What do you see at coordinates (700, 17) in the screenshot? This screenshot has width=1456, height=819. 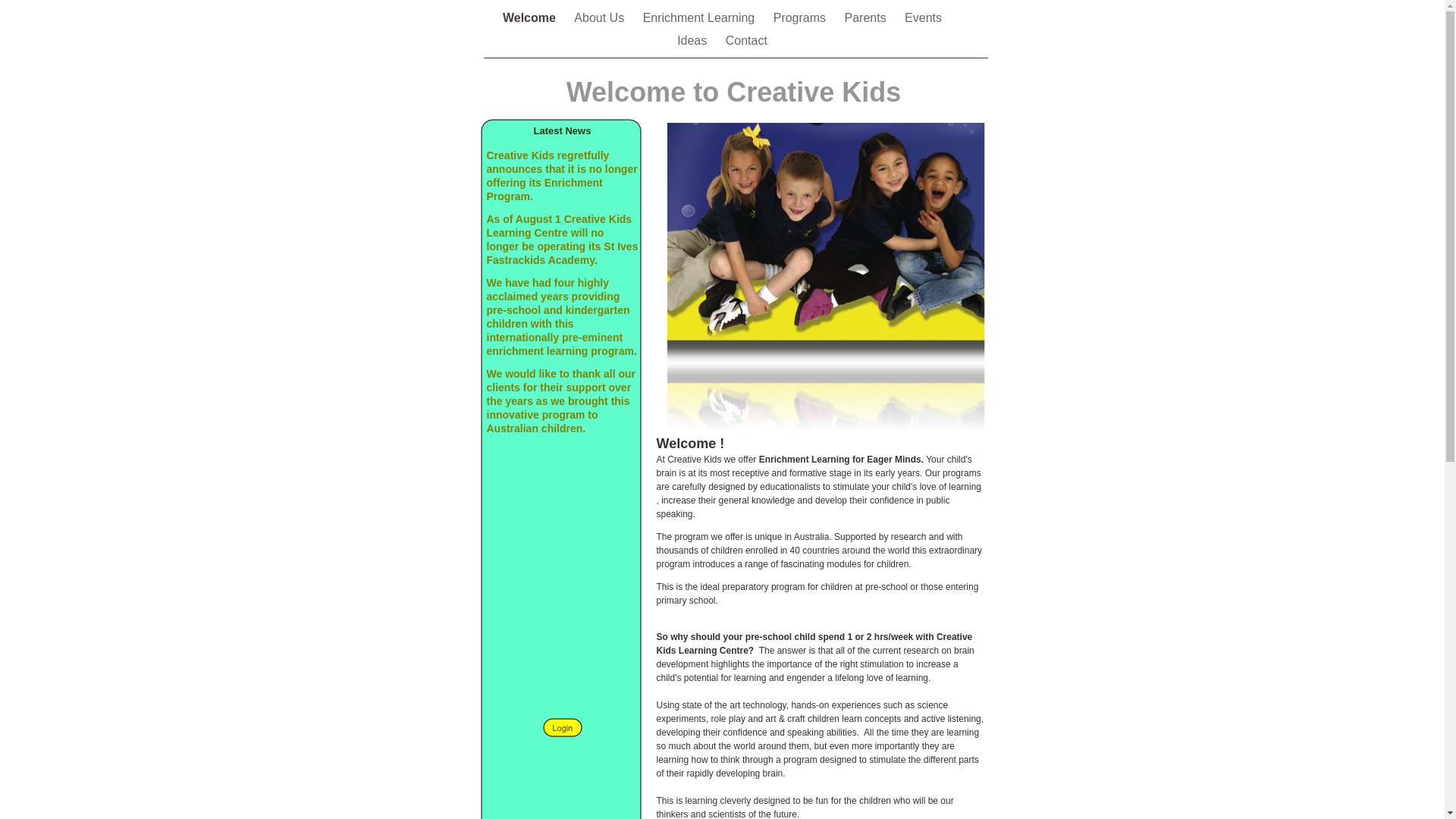 I see `'Enrichment Learning'` at bounding box center [700, 17].